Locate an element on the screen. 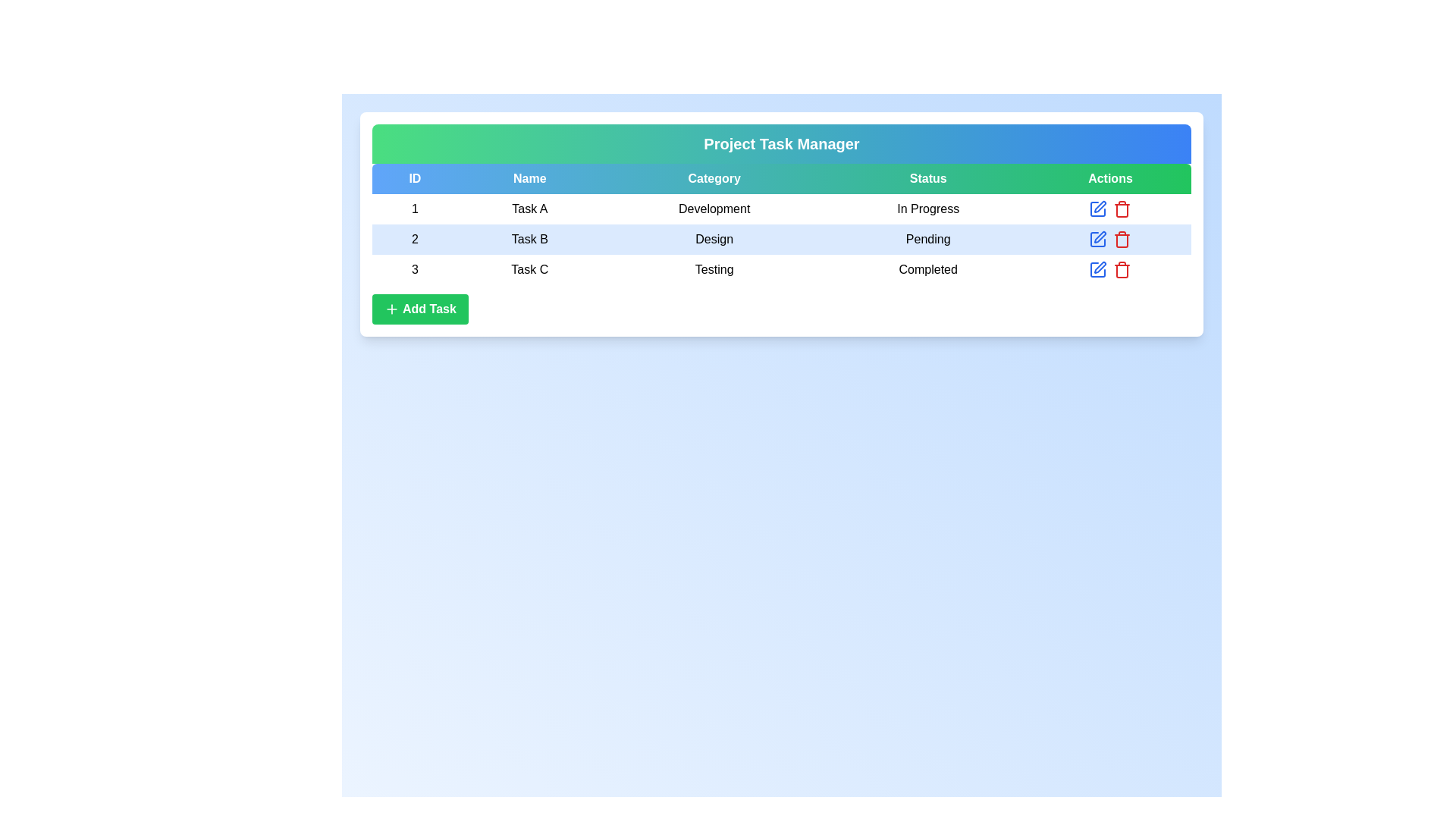 The width and height of the screenshot is (1456, 819). the 'Edit' icon for the task with ID 2 is located at coordinates (1098, 239).